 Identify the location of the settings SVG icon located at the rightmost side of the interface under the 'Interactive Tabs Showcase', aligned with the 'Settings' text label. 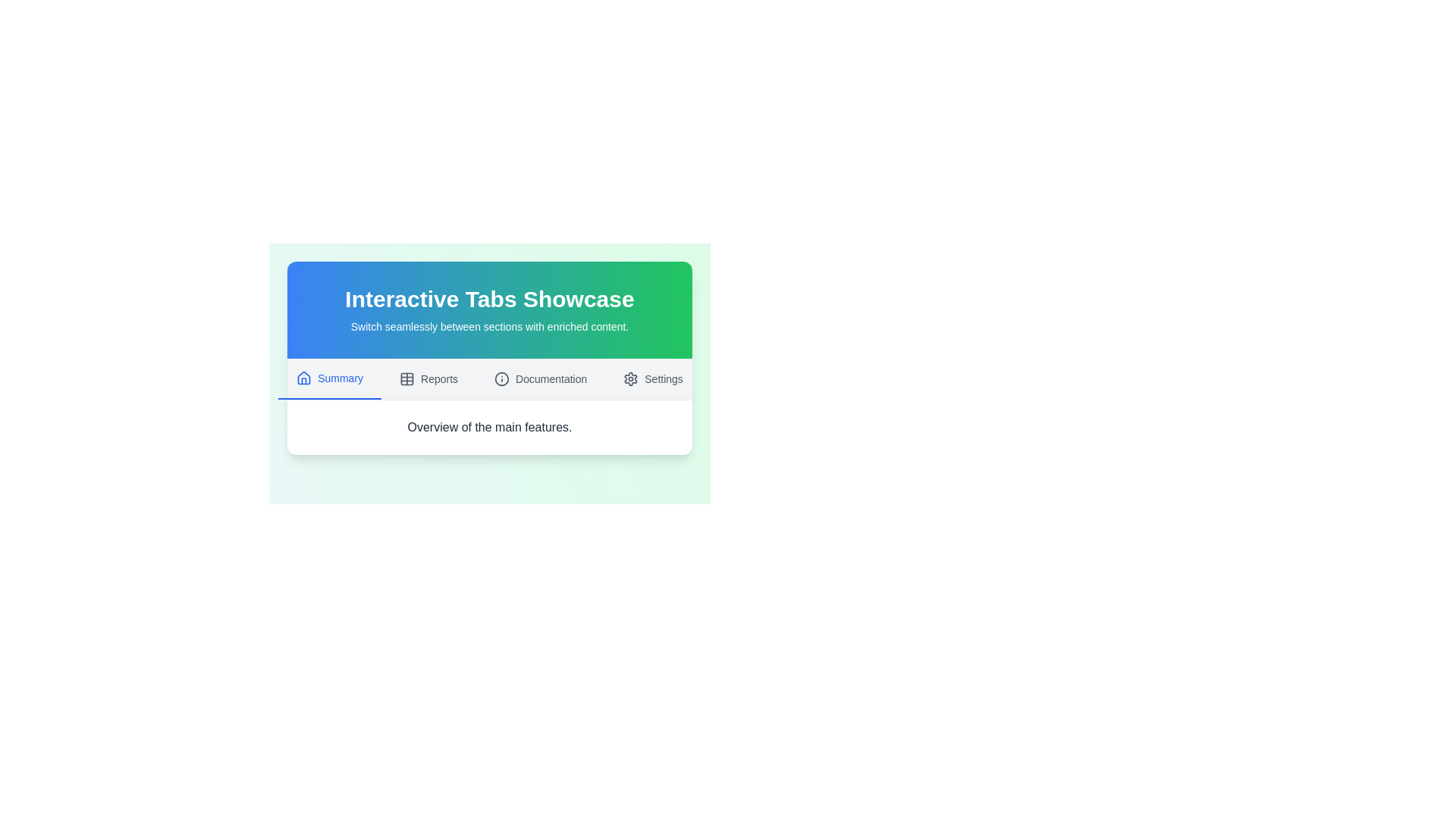
(631, 378).